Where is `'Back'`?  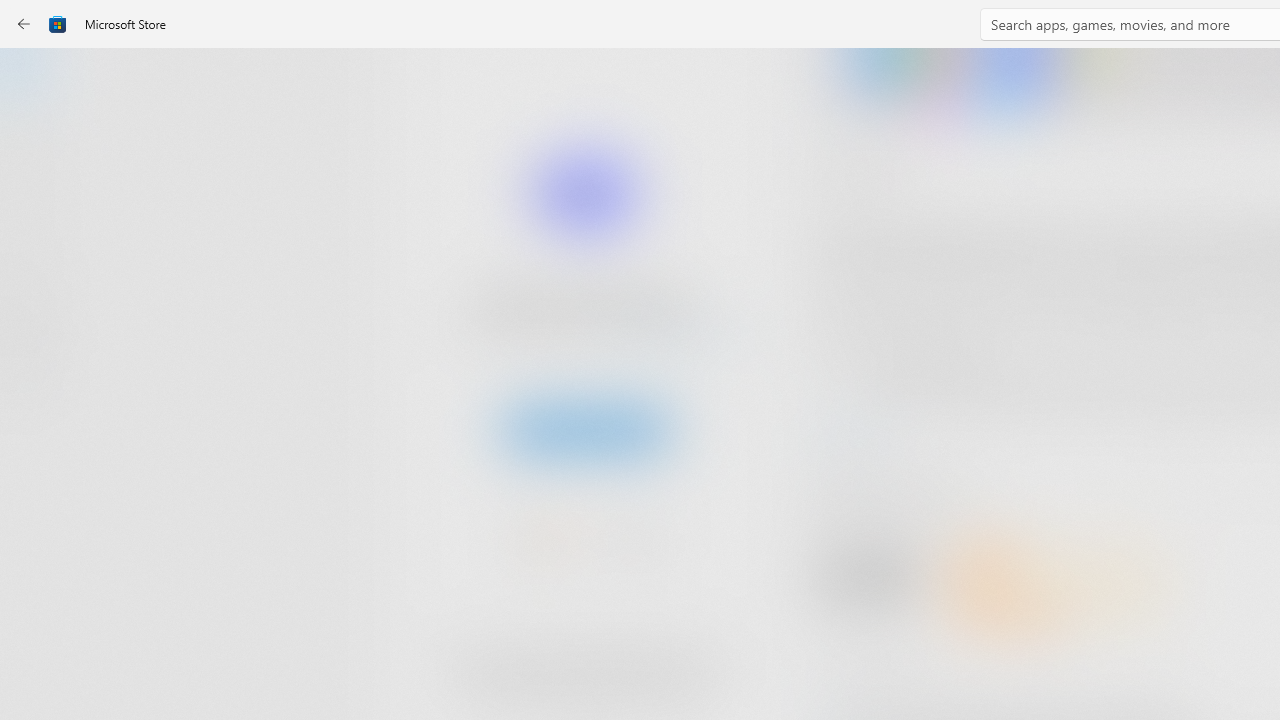
'Back' is located at coordinates (24, 24).